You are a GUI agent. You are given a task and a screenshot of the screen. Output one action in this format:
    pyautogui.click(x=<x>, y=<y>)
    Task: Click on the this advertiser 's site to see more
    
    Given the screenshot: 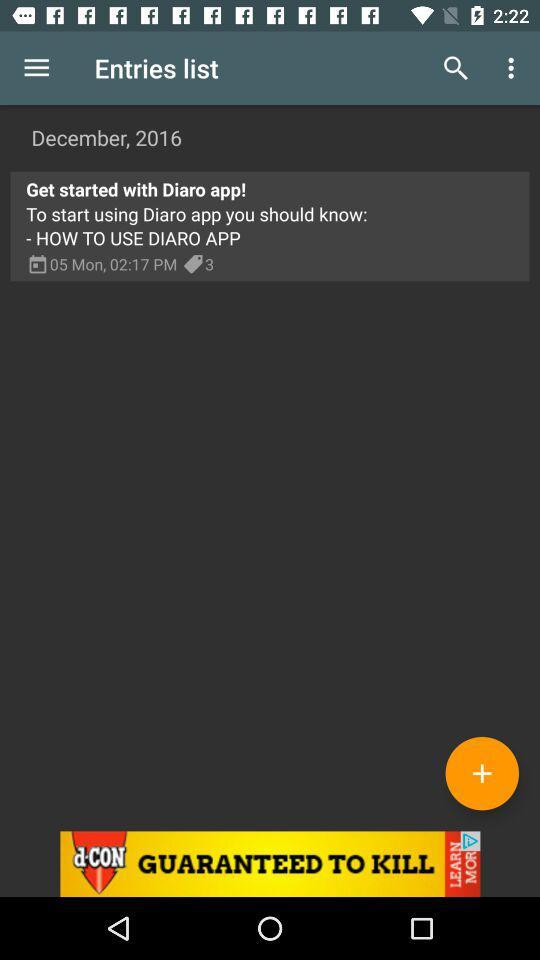 What is the action you would take?
    pyautogui.click(x=270, y=863)
    